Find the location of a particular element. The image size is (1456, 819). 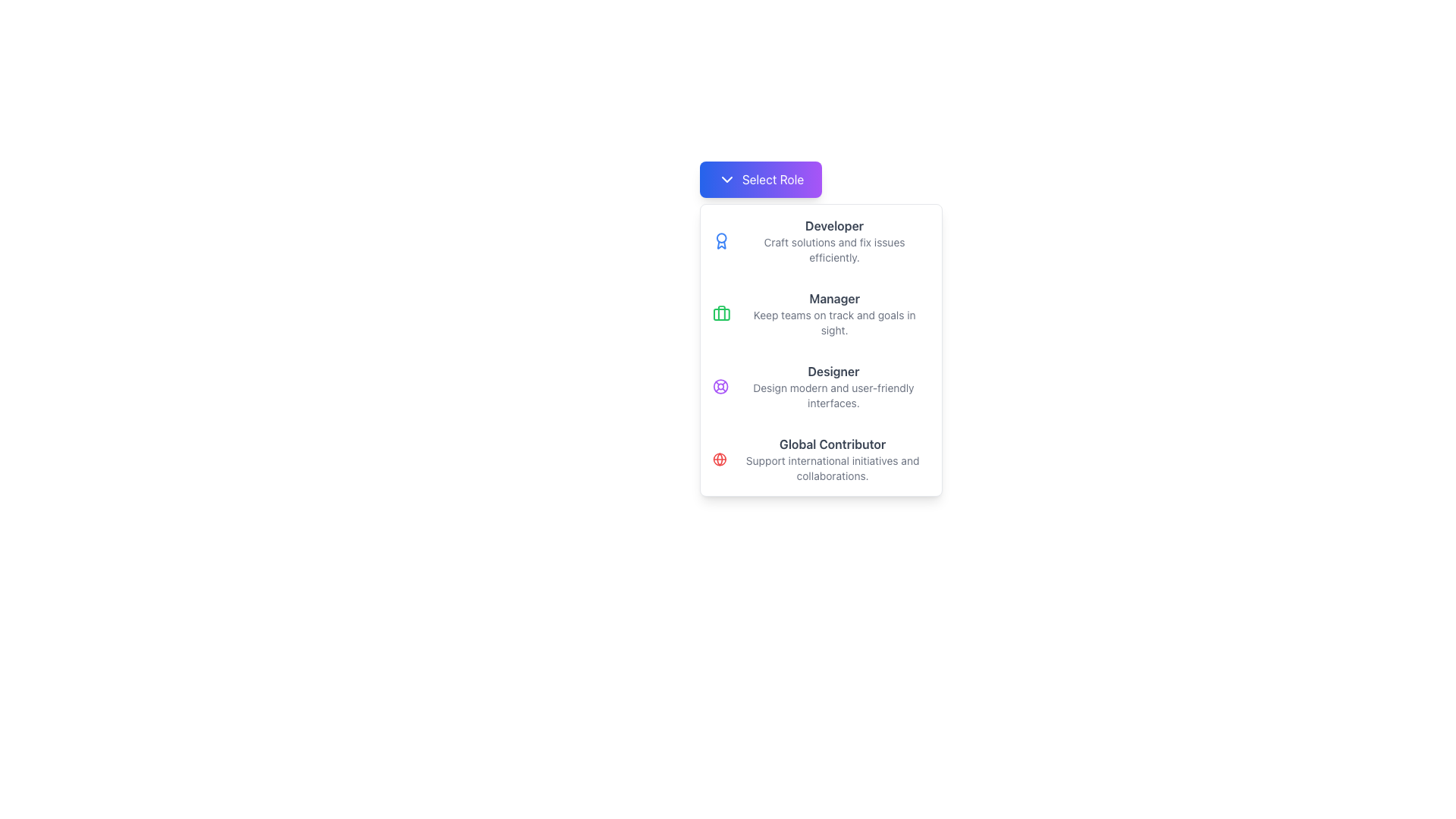

the 'Developer' role option in the dropdown menu labeled 'Select Role', which is the first item in the list is located at coordinates (820, 240).